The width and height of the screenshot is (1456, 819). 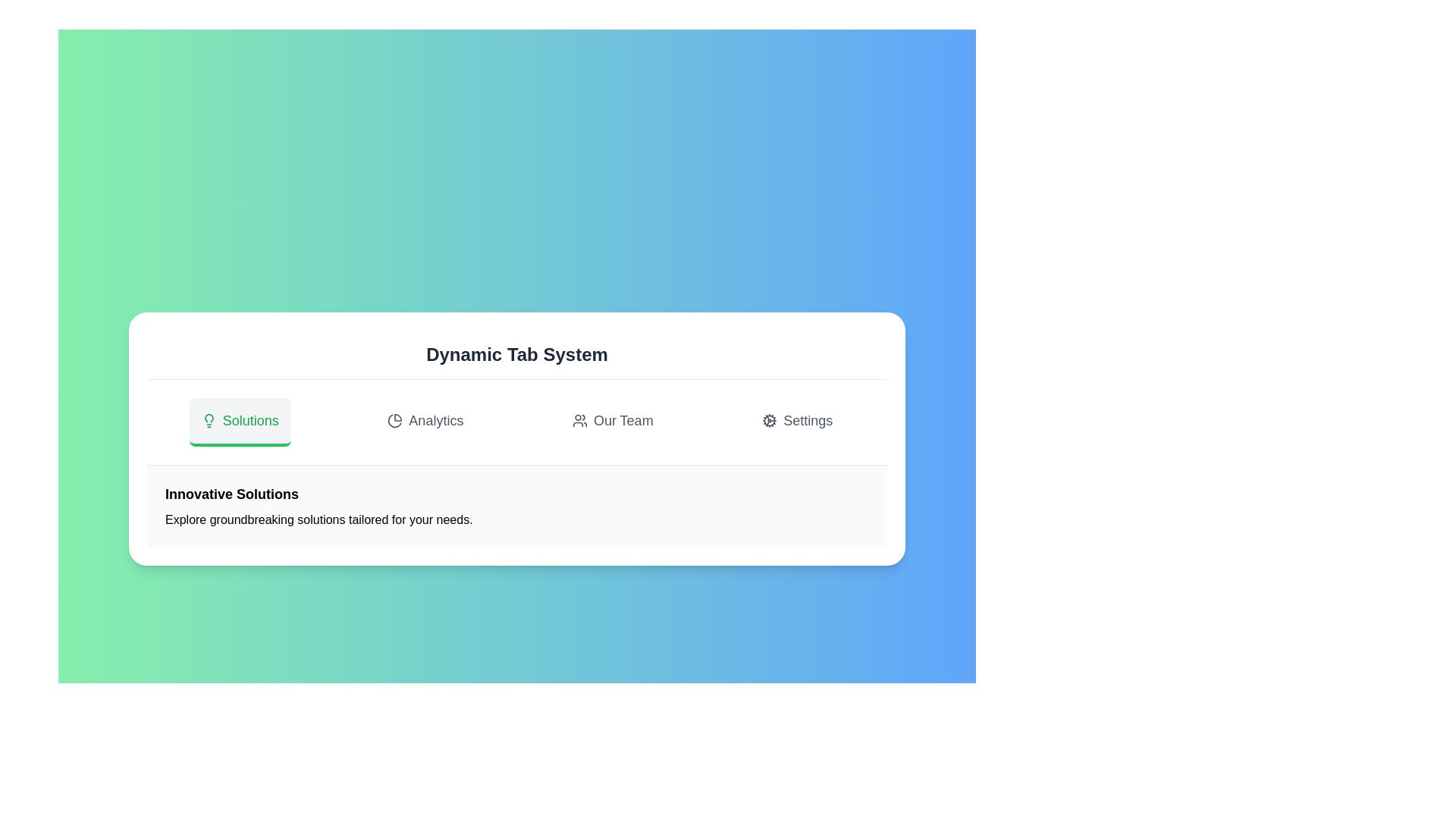 What do you see at coordinates (395, 421) in the screenshot?
I see `the curved segment of the pie chart icon located in the top-right corner of the 'Analytics' tab` at bounding box center [395, 421].